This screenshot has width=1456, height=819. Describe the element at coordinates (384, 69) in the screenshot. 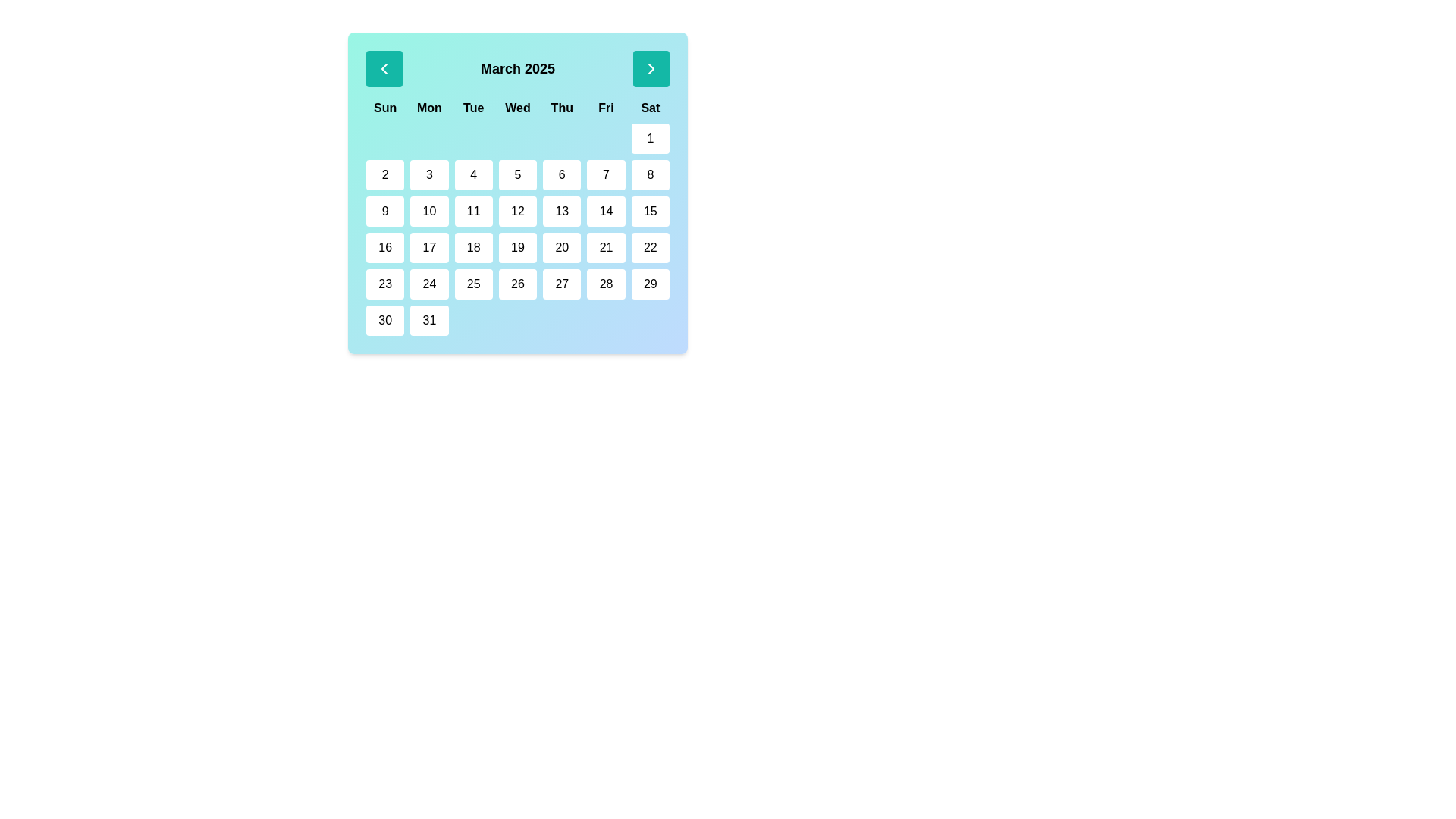

I see `the left-pointing chevron icon inside the turquoise square button located at the top-left corner of the calendar interface` at that location.